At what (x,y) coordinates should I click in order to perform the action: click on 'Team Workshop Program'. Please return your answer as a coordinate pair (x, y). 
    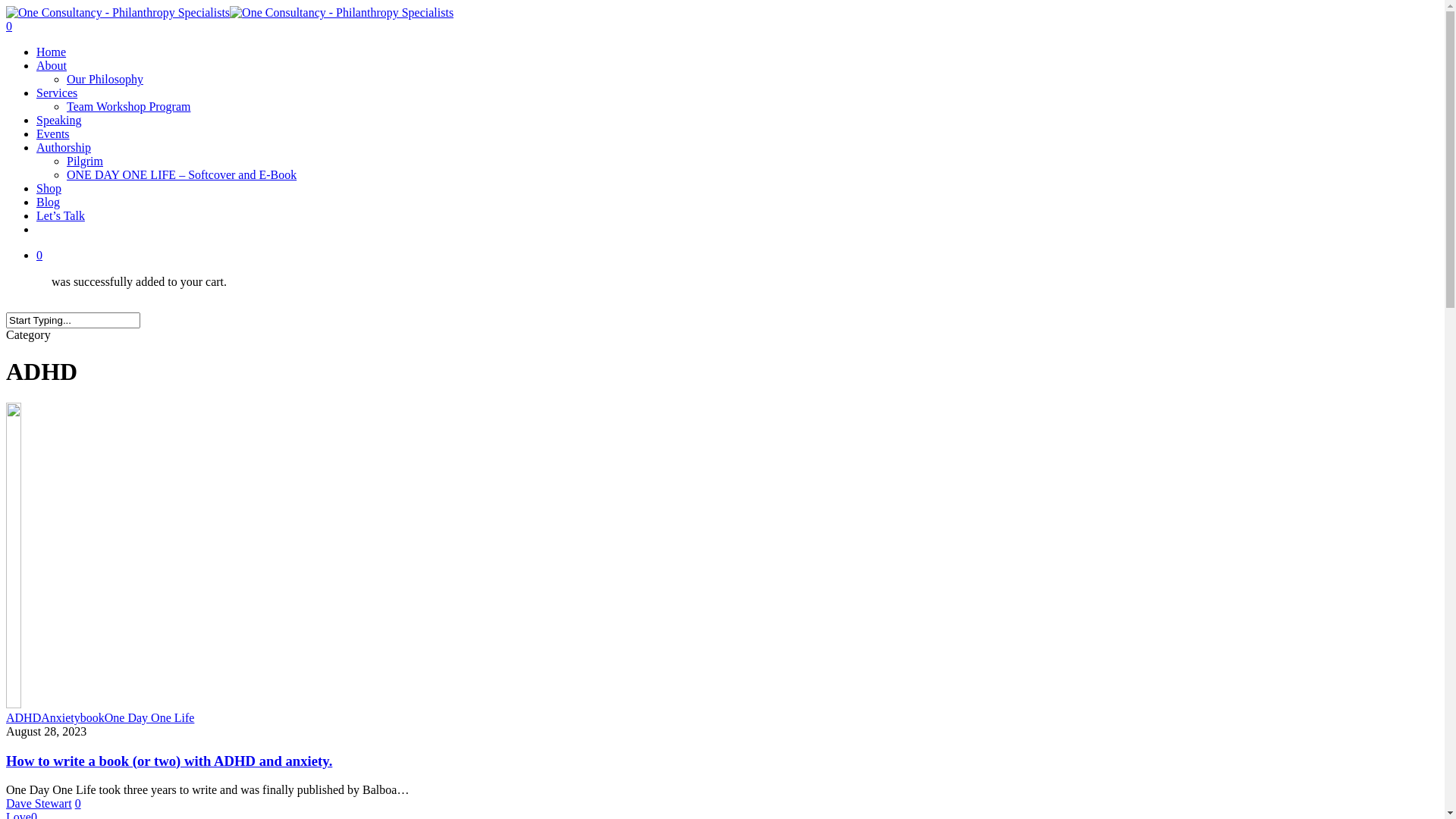
    Looking at the image, I should click on (65, 105).